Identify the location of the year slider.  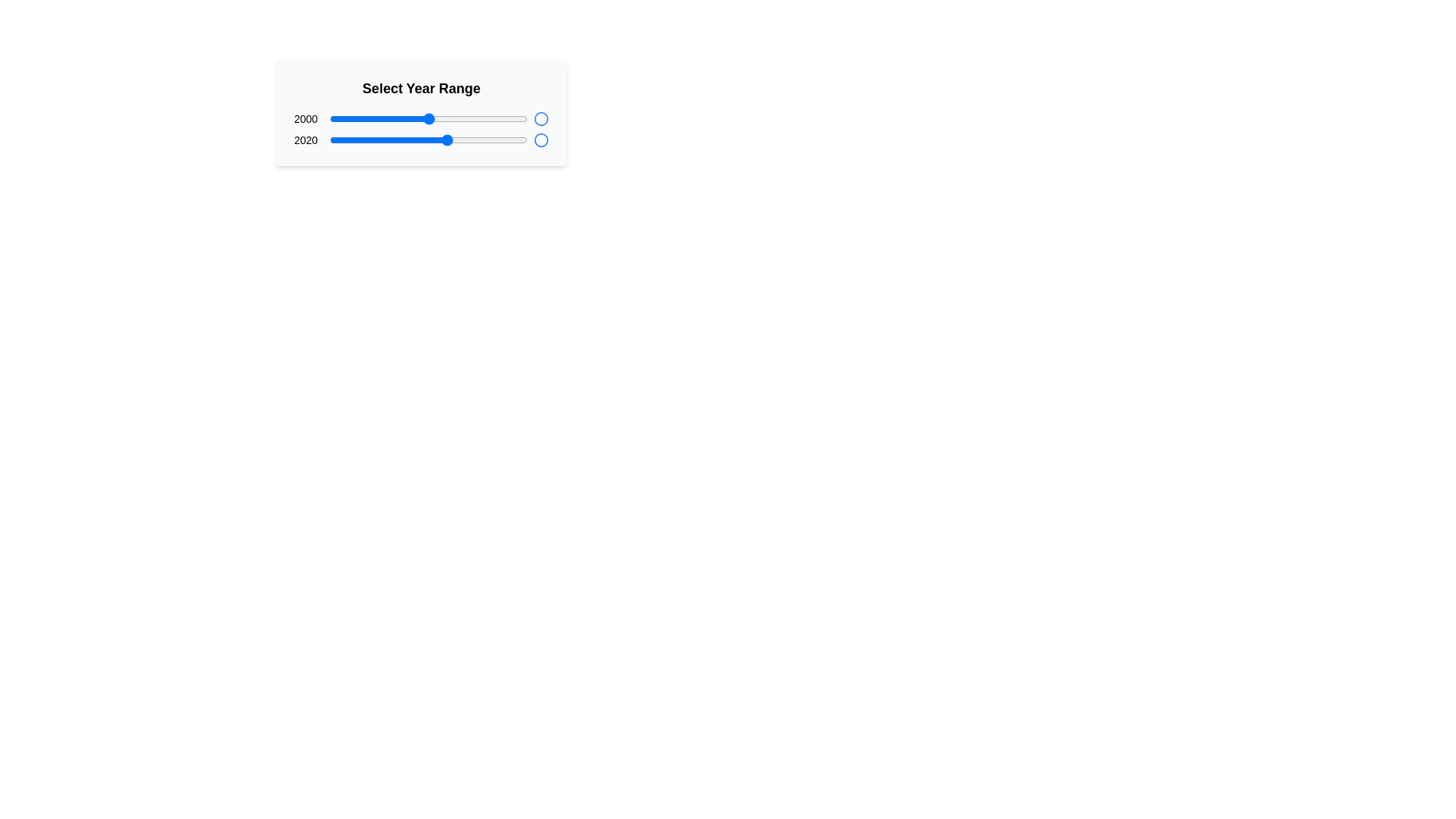
(494, 140).